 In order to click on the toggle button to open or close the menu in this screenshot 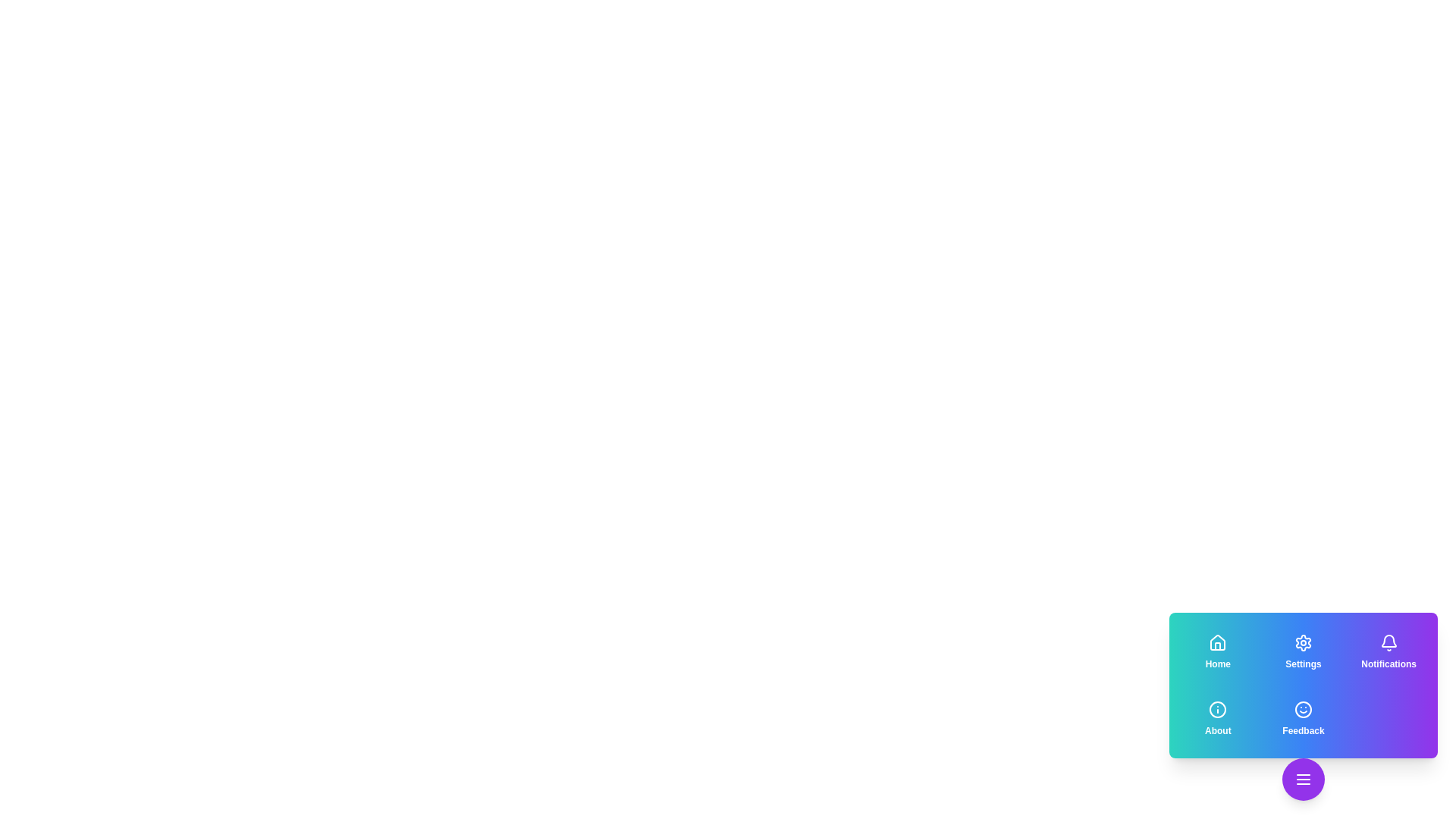, I will do `click(1302, 780)`.